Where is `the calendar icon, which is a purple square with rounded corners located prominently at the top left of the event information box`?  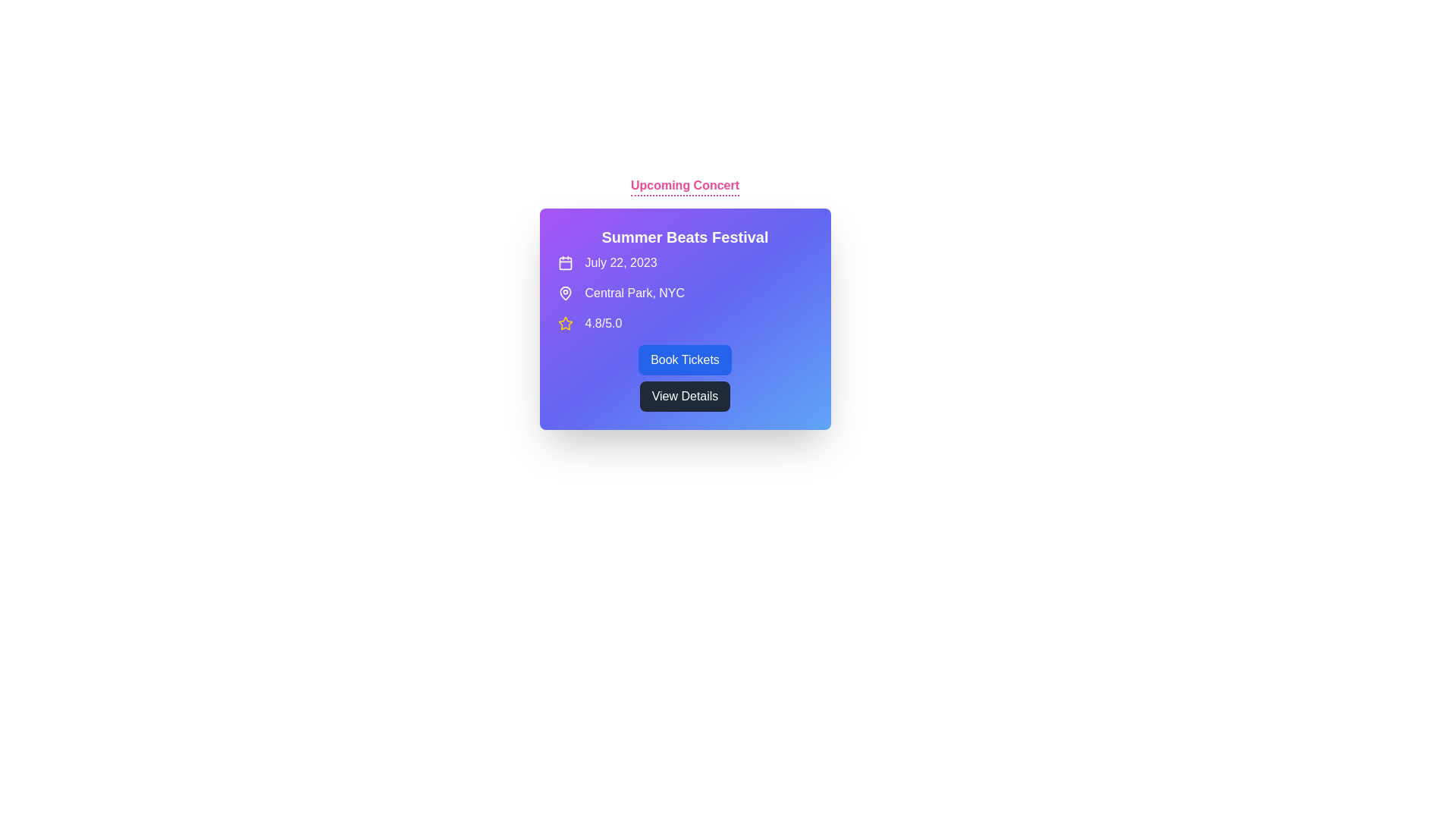 the calendar icon, which is a purple square with rounded corners located prominently at the top left of the event information box is located at coordinates (564, 262).